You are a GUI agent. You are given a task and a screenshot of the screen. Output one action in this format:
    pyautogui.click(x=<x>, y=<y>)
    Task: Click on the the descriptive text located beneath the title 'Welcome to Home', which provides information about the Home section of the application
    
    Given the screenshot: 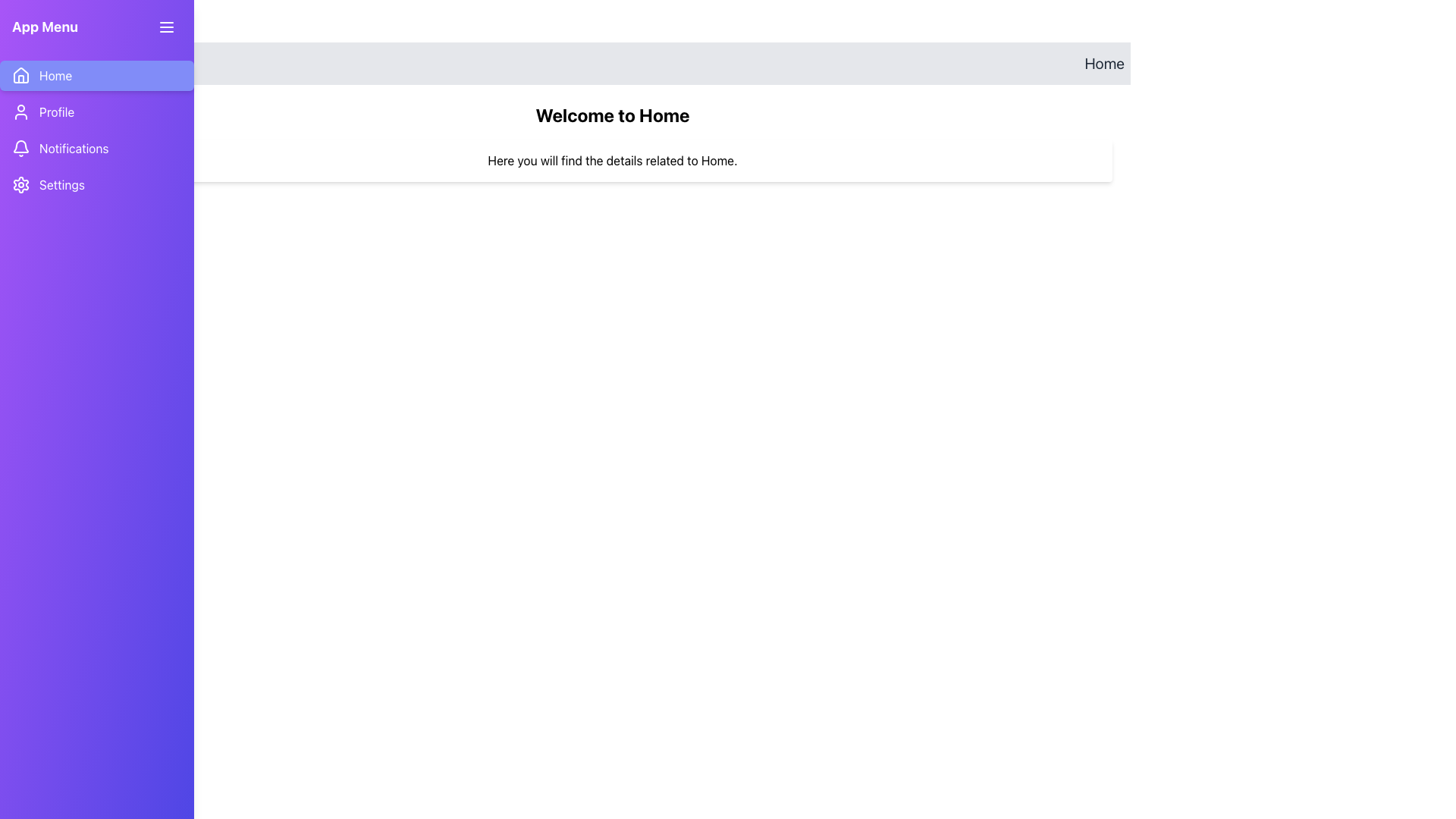 What is the action you would take?
    pyautogui.click(x=612, y=161)
    